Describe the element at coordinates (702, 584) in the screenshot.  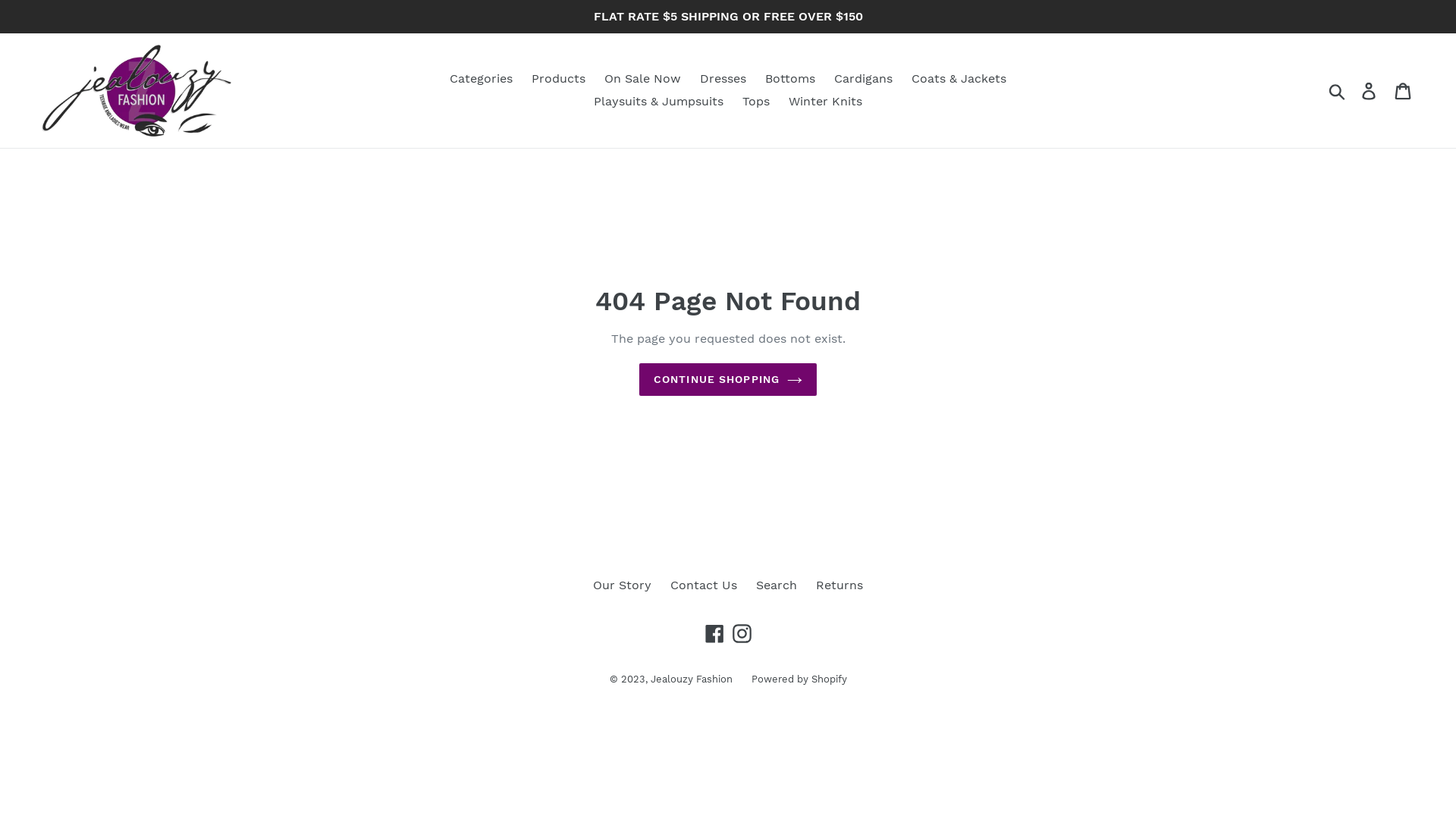
I see `'Contact Us'` at that location.